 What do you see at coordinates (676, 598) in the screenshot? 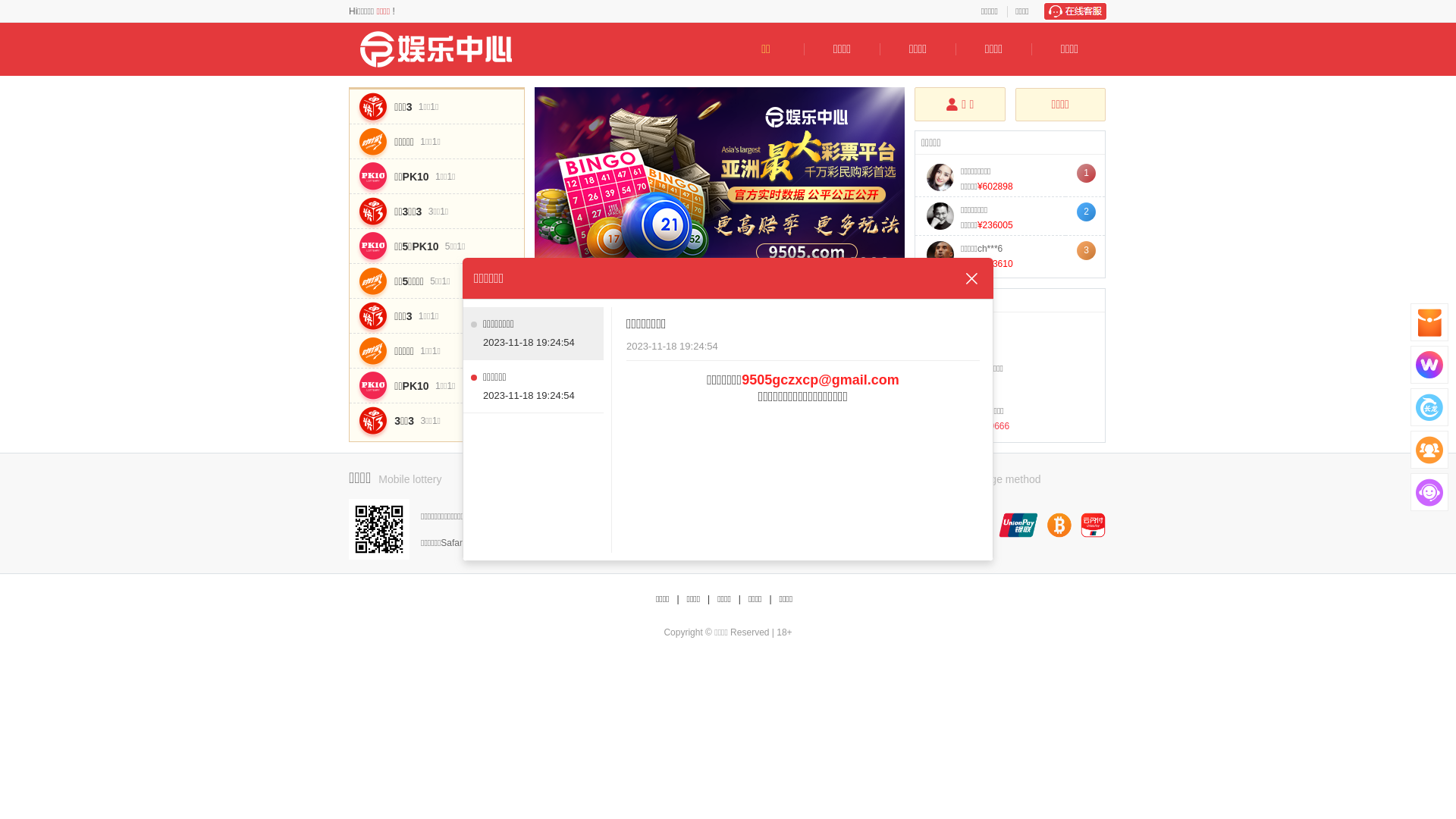
I see `'|'` at bounding box center [676, 598].